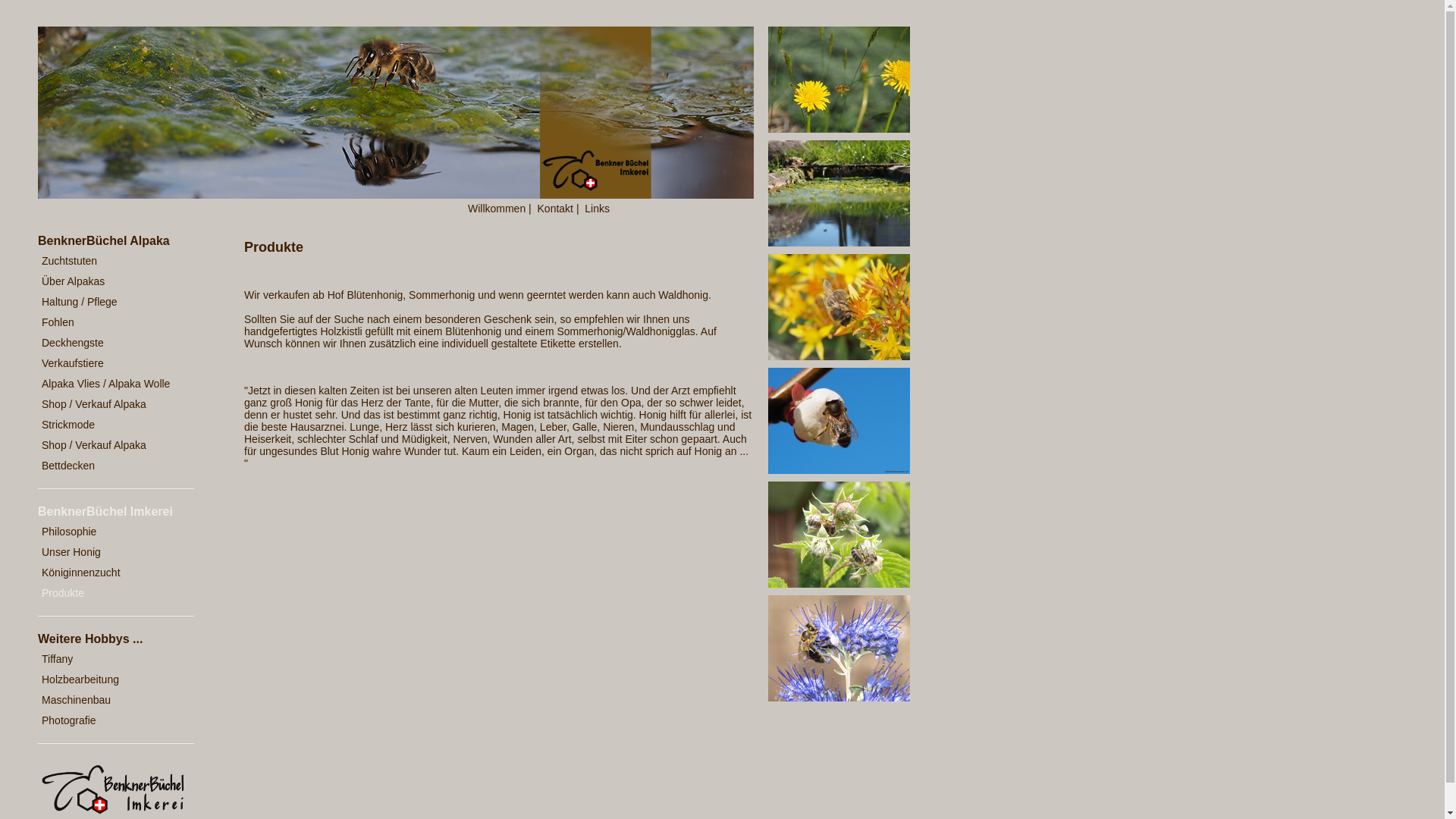 This screenshot has height=819, width=1456. Describe the element at coordinates (108, 260) in the screenshot. I see `'Zuchtstuten'` at that location.